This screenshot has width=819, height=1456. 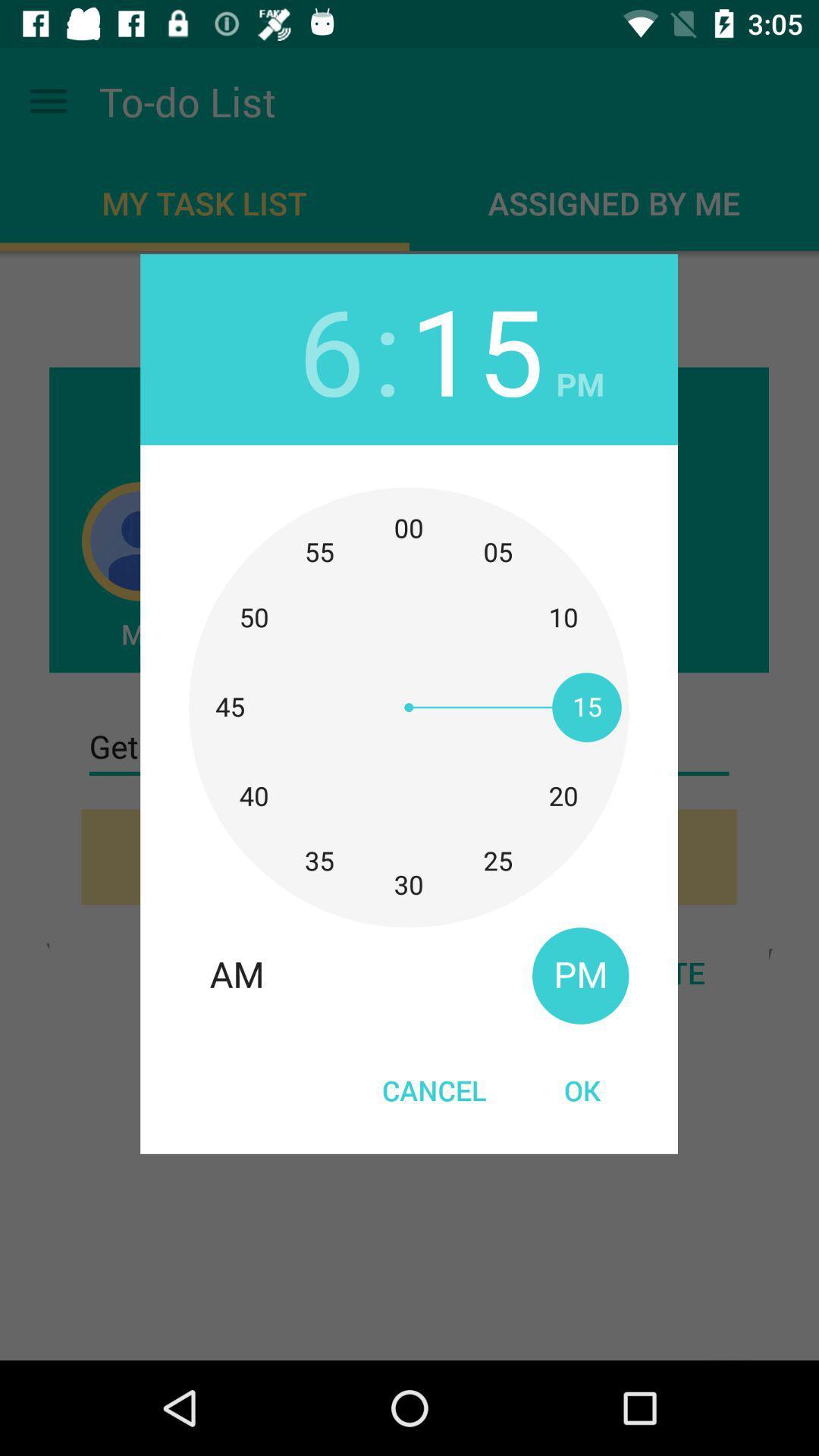 What do you see at coordinates (476, 348) in the screenshot?
I see `item next to the : item` at bounding box center [476, 348].